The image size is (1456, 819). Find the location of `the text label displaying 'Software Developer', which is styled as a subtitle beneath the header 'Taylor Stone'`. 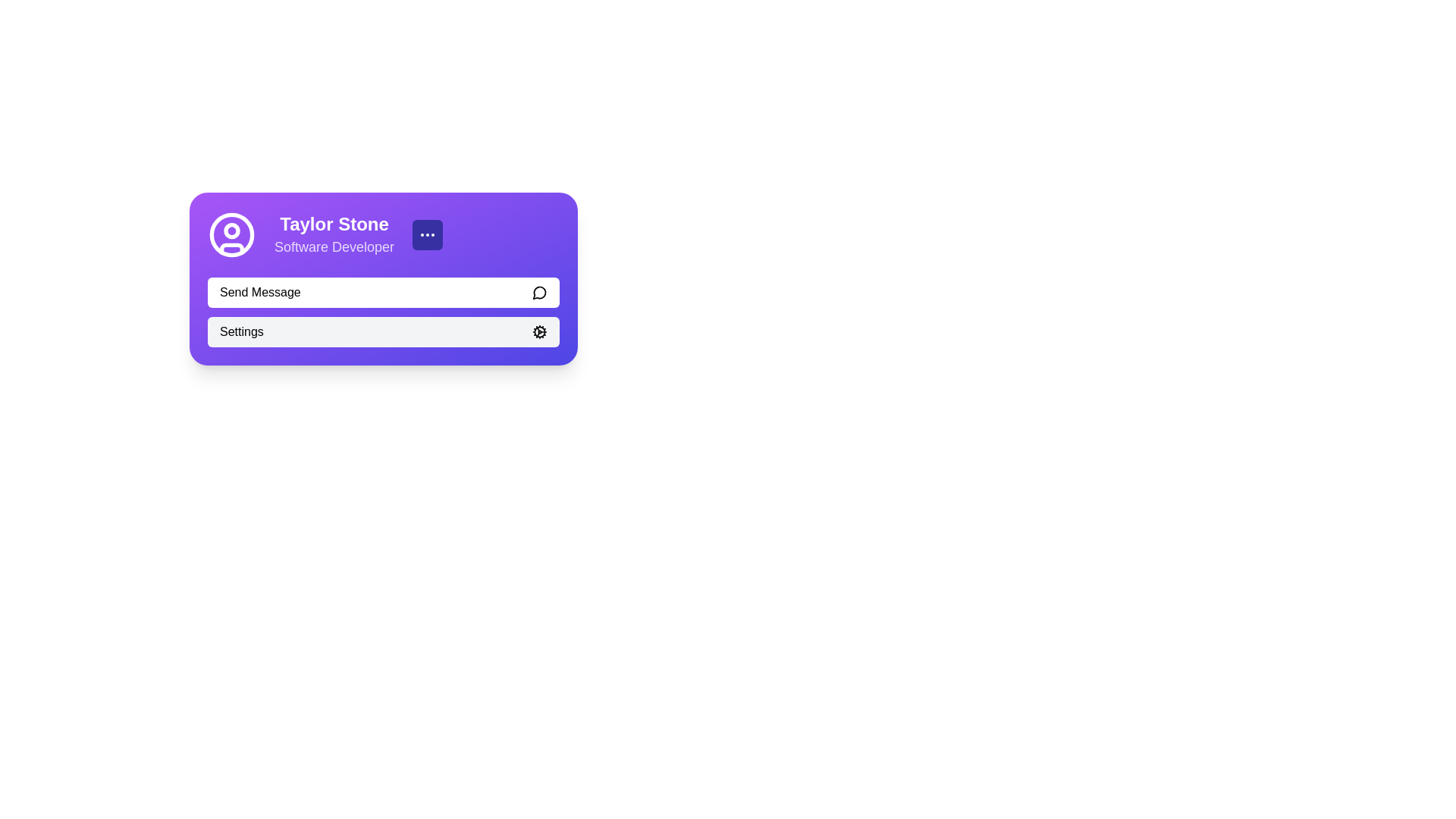

the text label displaying 'Software Developer', which is styled as a subtitle beneath the header 'Taylor Stone' is located at coordinates (334, 246).